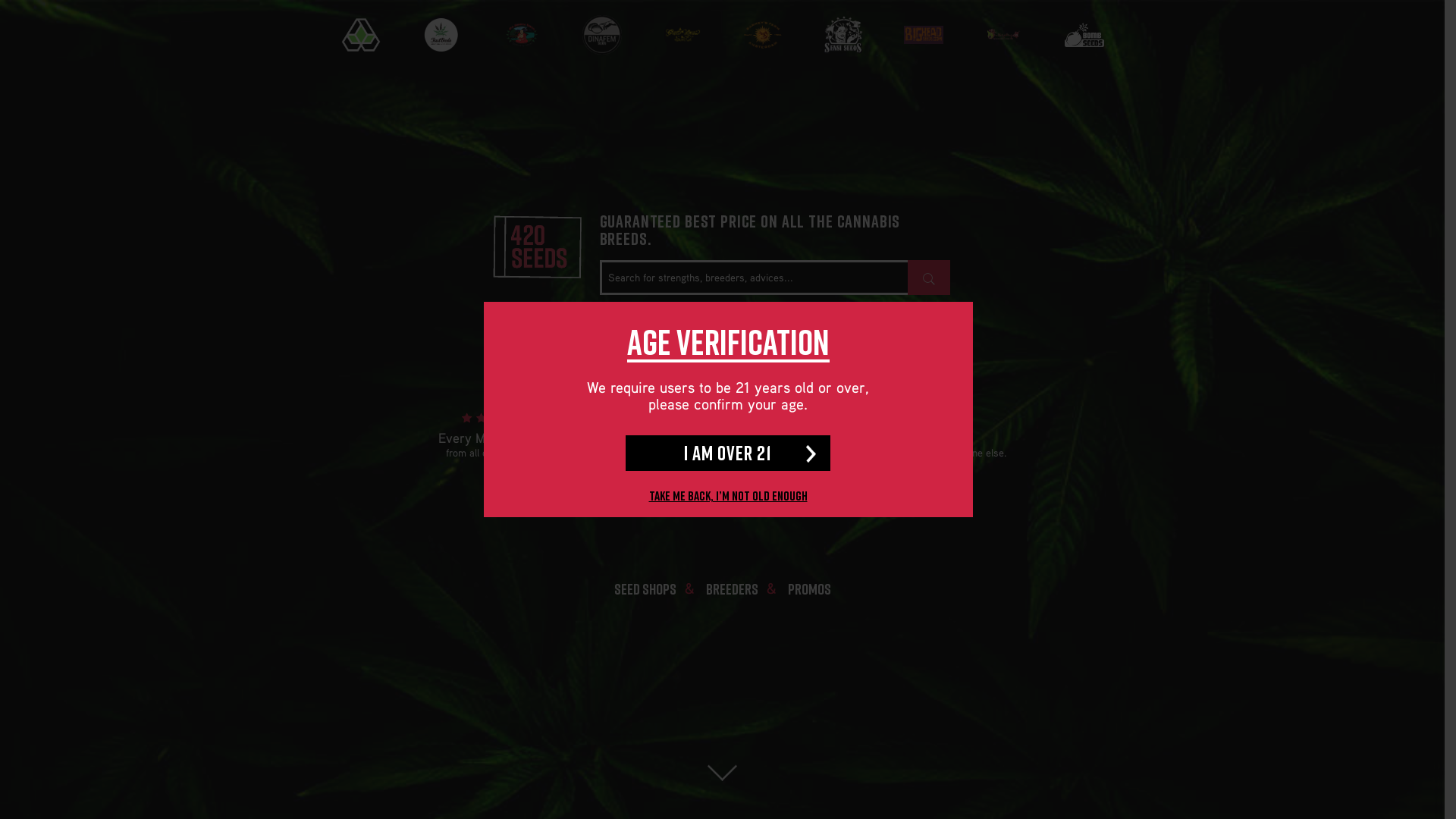 The image size is (1456, 819). Describe the element at coordinates (841, 34) in the screenshot. I see `'Sensi Seeds'` at that location.